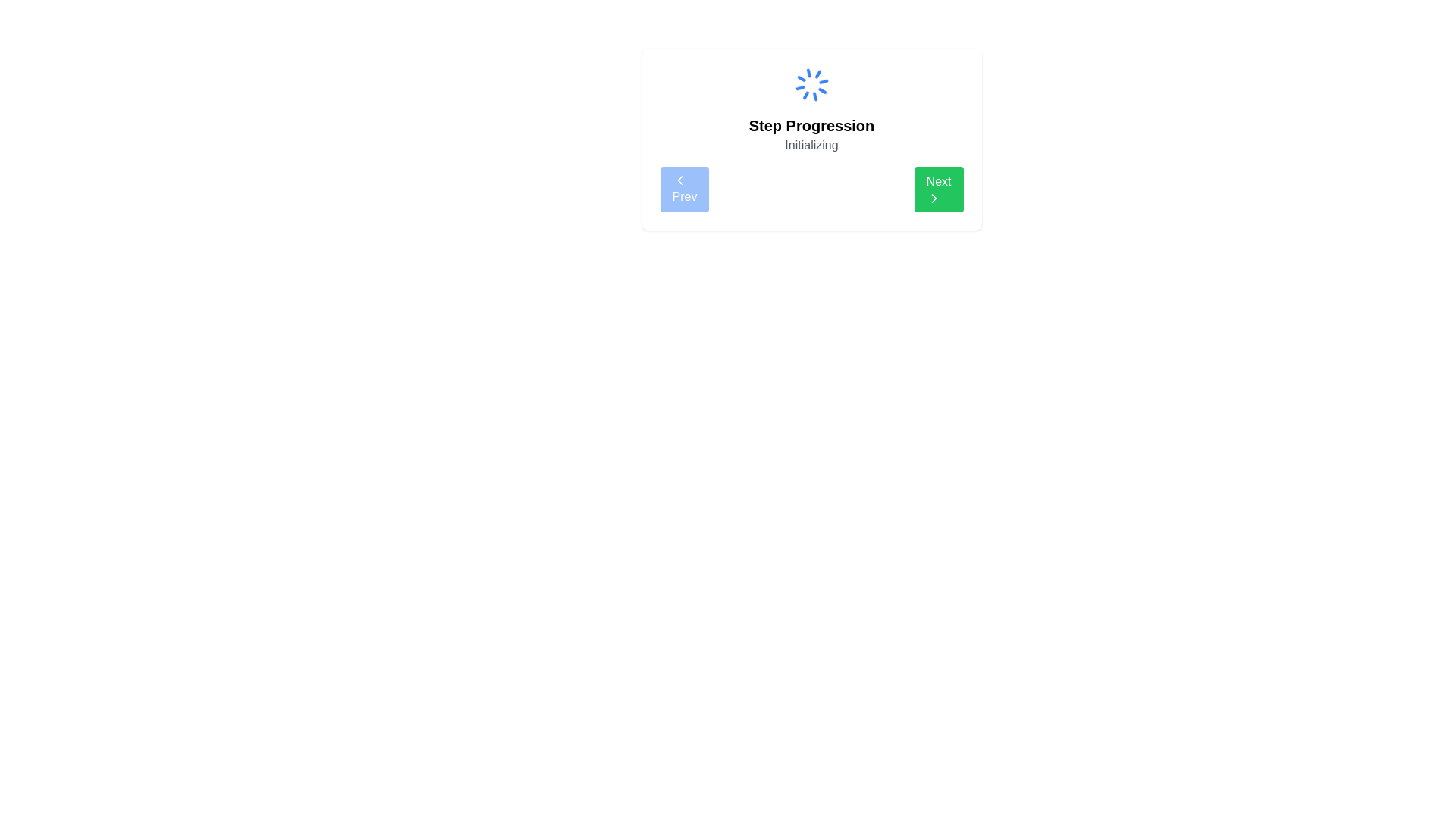 This screenshot has width=1456, height=819. Describe the element at coordinates (811, 146) in the screenshot. I see `the Text Label that serves as a status indicator, located below the 'Step Progression' heading and above the navigation bar with 'Prev' and 'Next' buttons` at that location.